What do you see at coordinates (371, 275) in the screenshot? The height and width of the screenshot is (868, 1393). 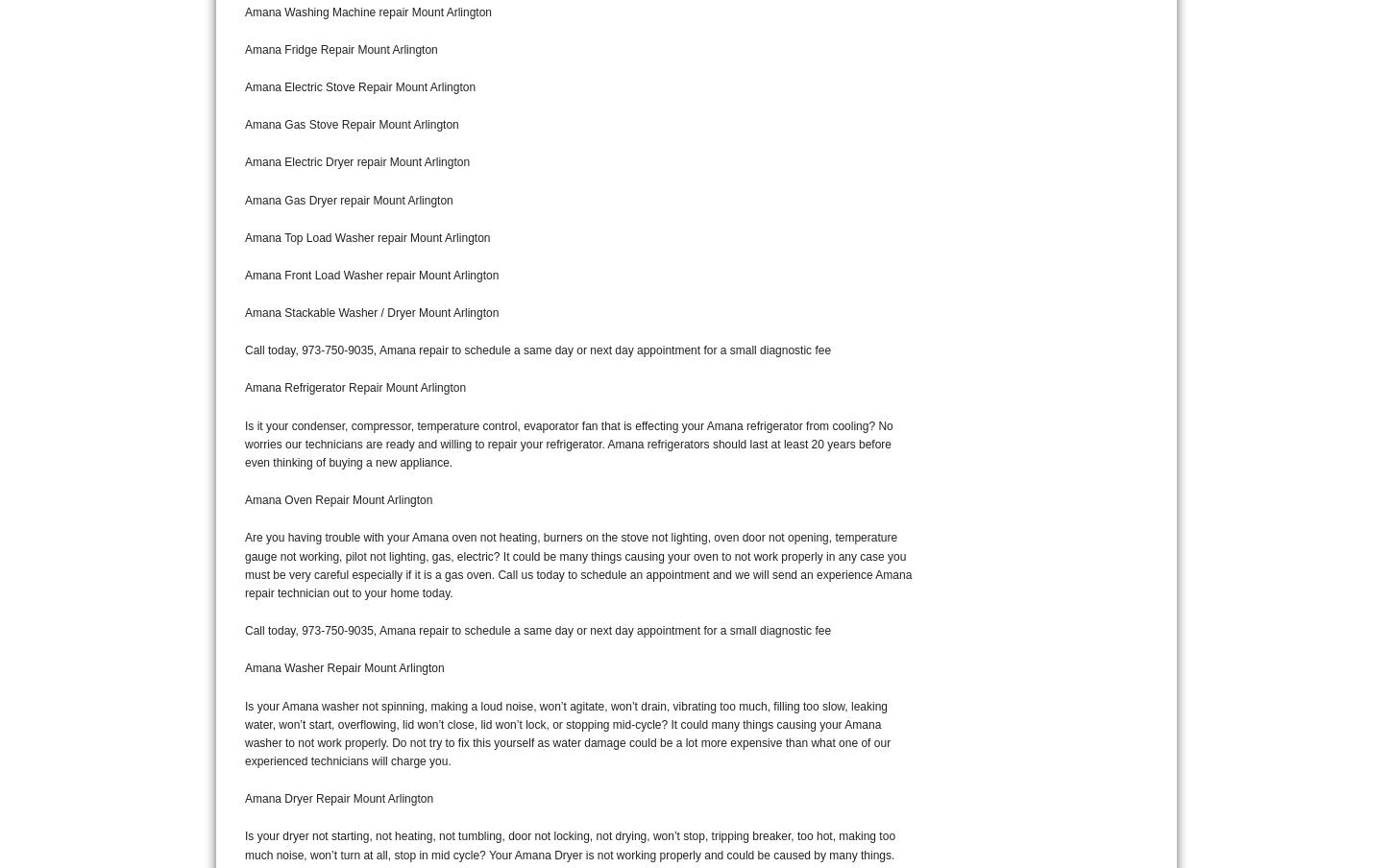 I see `'Amana Front Load Washer repair Mount Arlington'` at bounding box center [371, 275].